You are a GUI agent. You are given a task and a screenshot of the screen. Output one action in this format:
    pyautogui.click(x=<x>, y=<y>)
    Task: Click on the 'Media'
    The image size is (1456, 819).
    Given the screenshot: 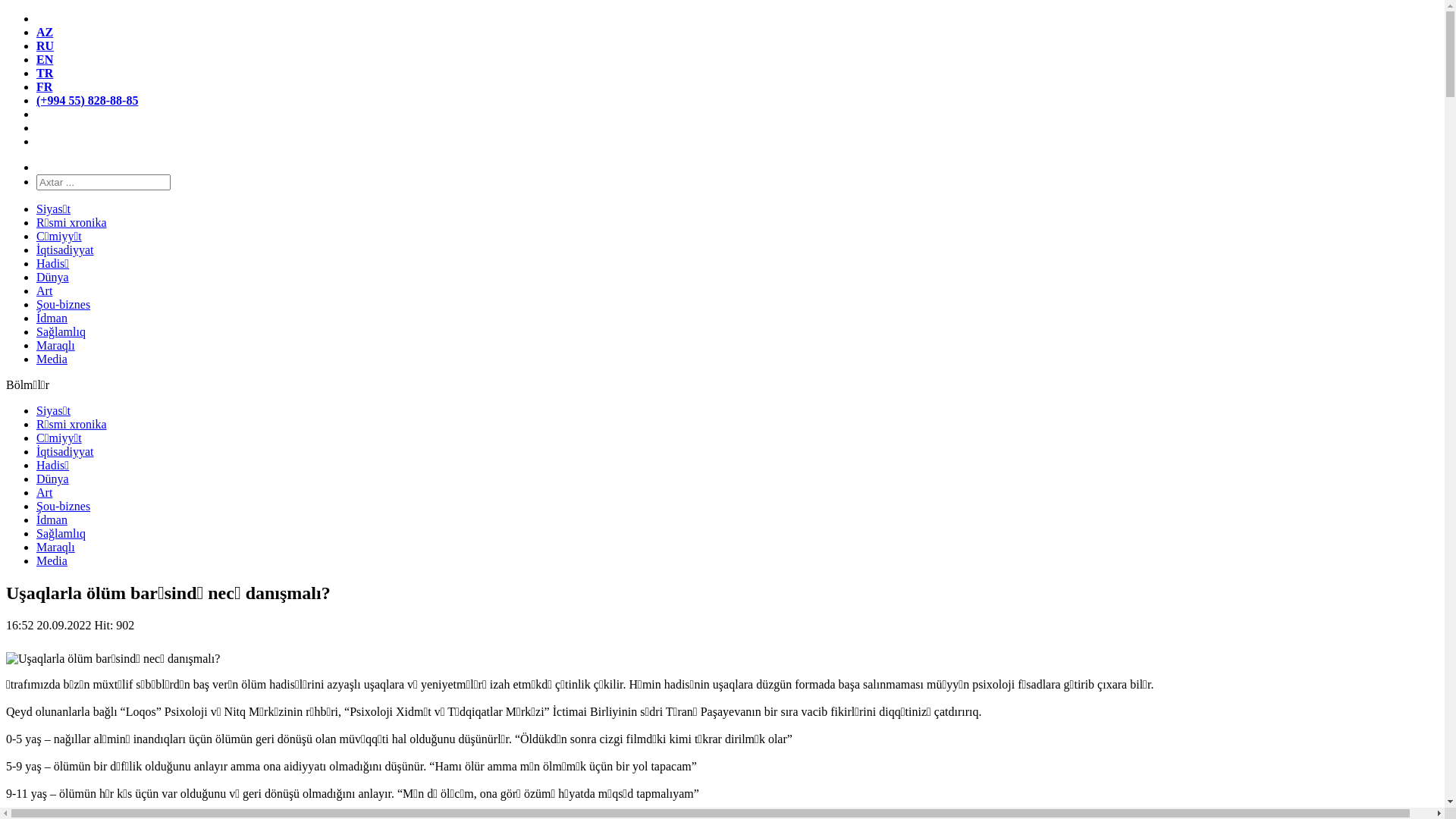 What is the action you would take?
    pyautogui.click(x=52, y=560)
    